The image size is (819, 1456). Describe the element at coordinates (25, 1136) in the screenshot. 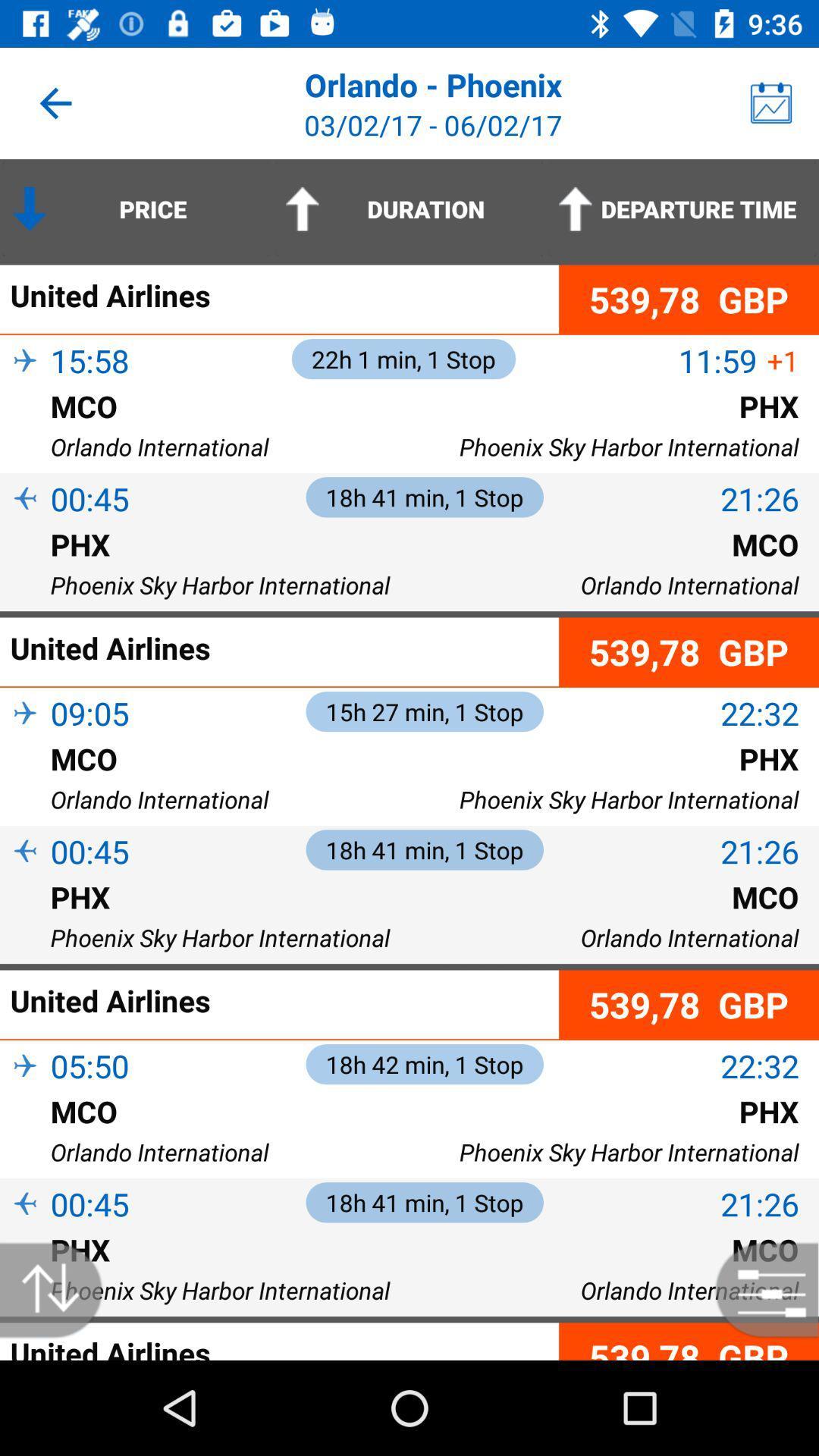

I see `the item above orlando international` at that location.